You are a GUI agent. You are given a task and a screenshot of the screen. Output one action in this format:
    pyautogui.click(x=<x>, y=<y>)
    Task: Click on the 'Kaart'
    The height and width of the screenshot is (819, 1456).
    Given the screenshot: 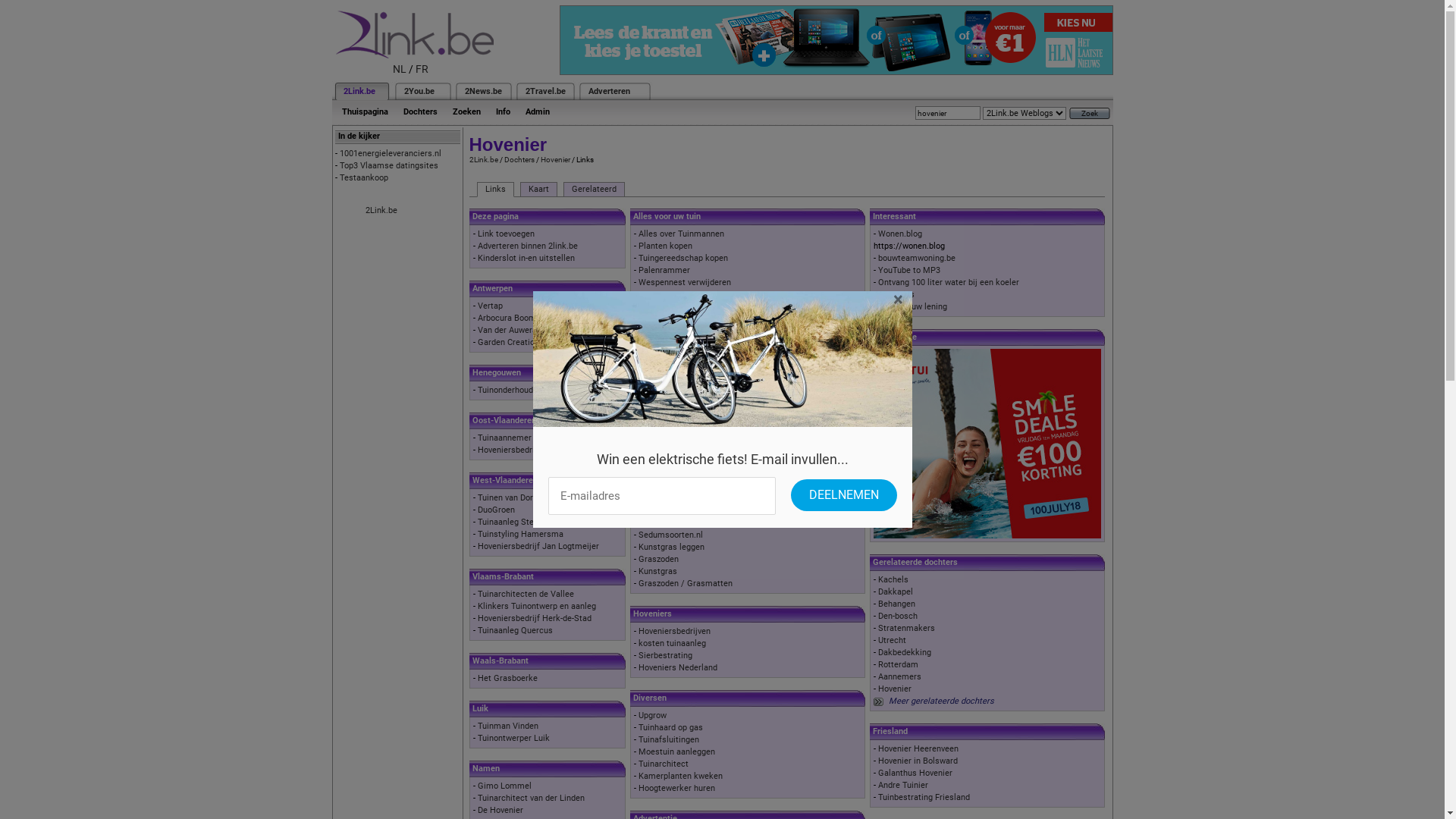 What is the action you would take?
    pyautogui.click(x=538, y=189)
    